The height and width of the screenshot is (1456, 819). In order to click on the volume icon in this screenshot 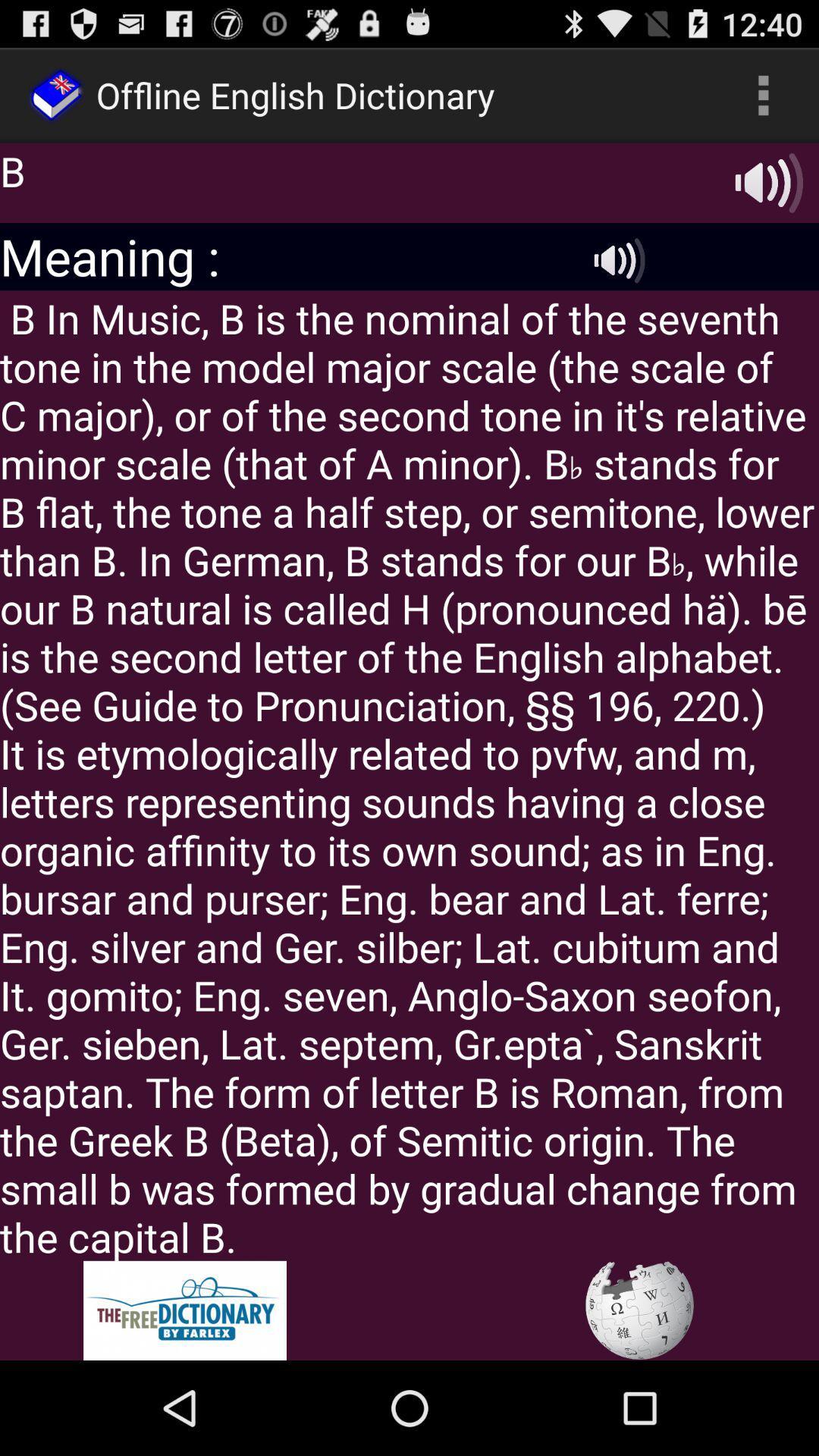, I will do `click(620, 279)`.